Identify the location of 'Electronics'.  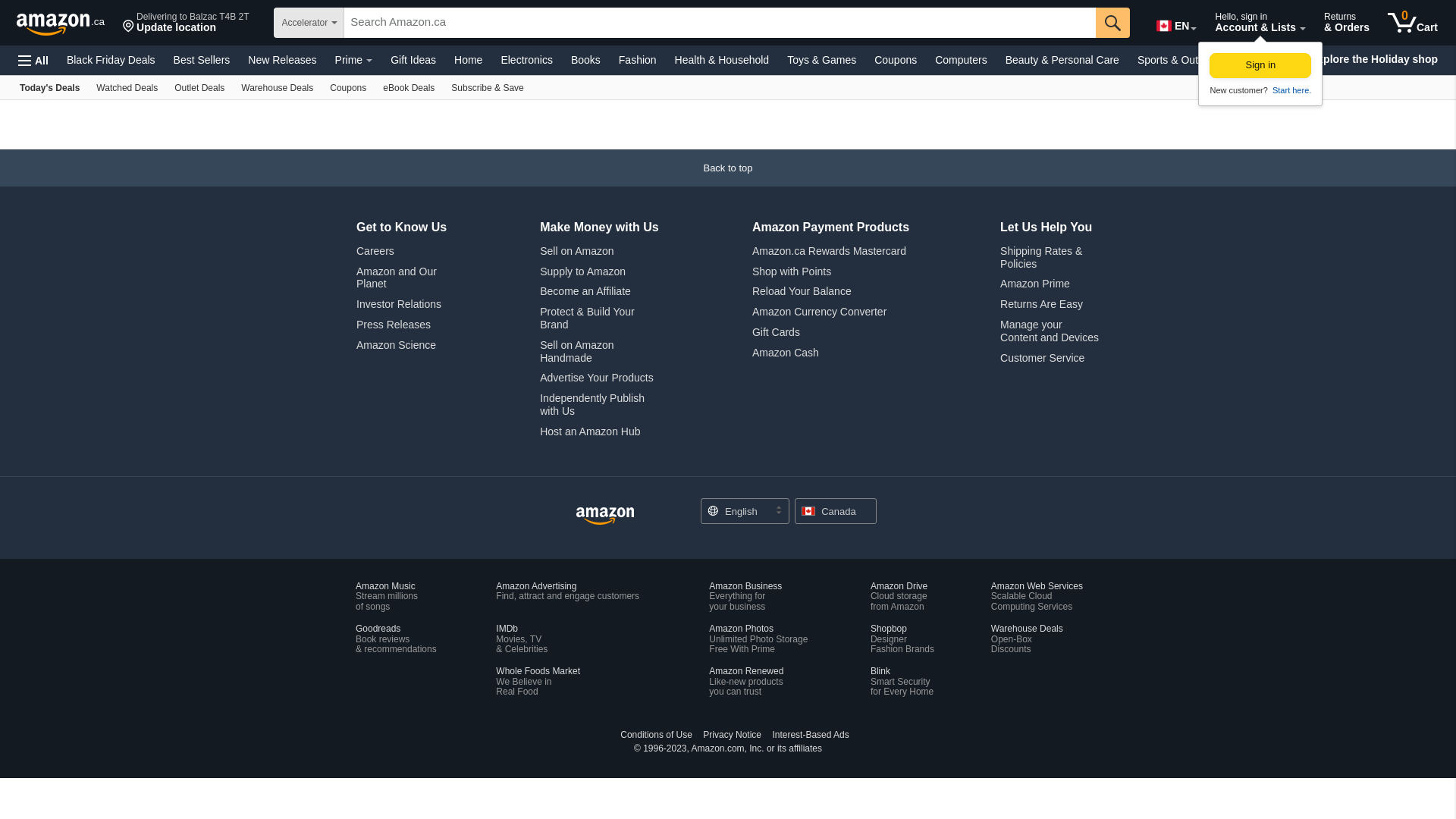
(526, 58).